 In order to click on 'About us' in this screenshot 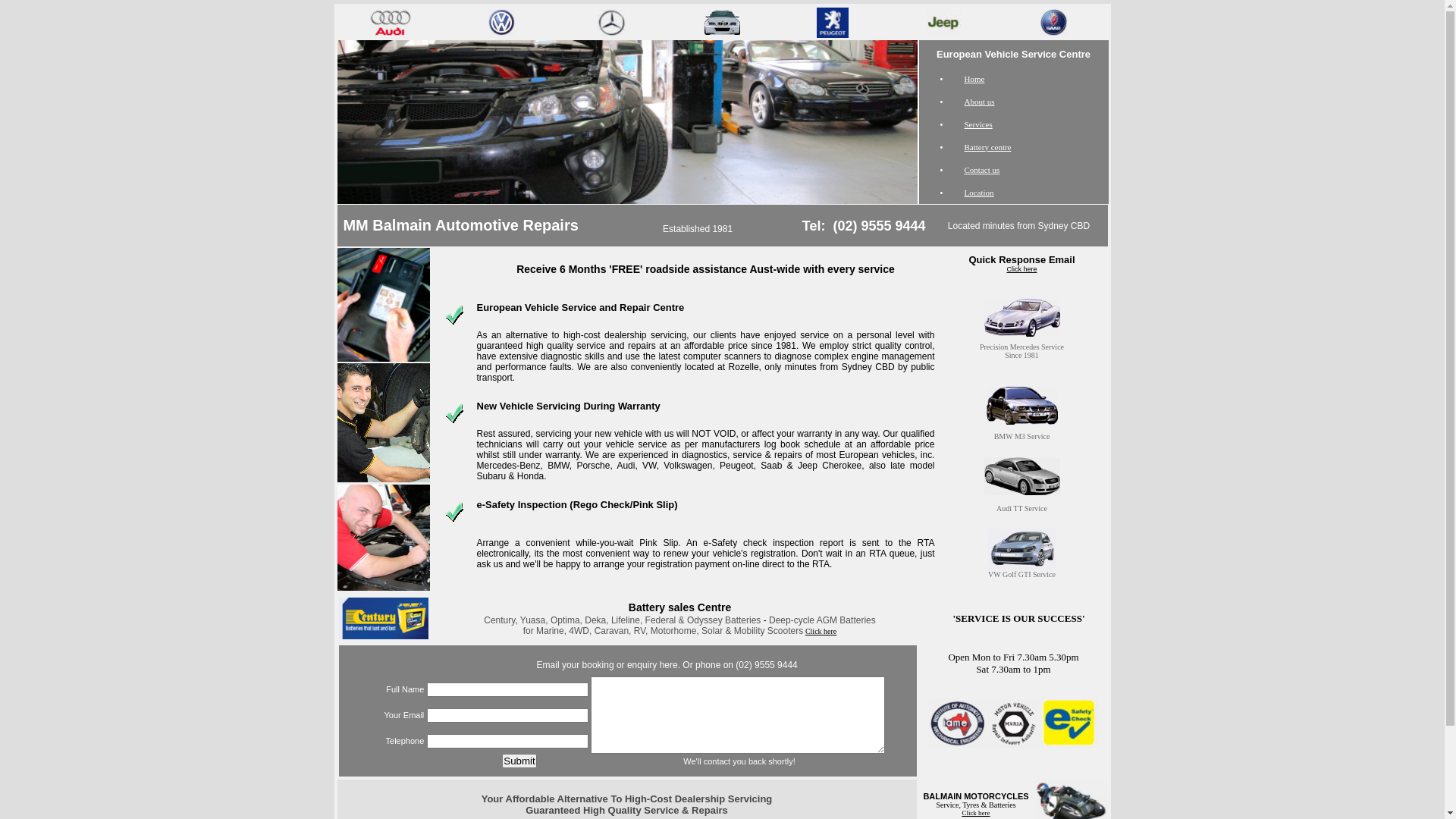, I will do `click(979, 102)`.